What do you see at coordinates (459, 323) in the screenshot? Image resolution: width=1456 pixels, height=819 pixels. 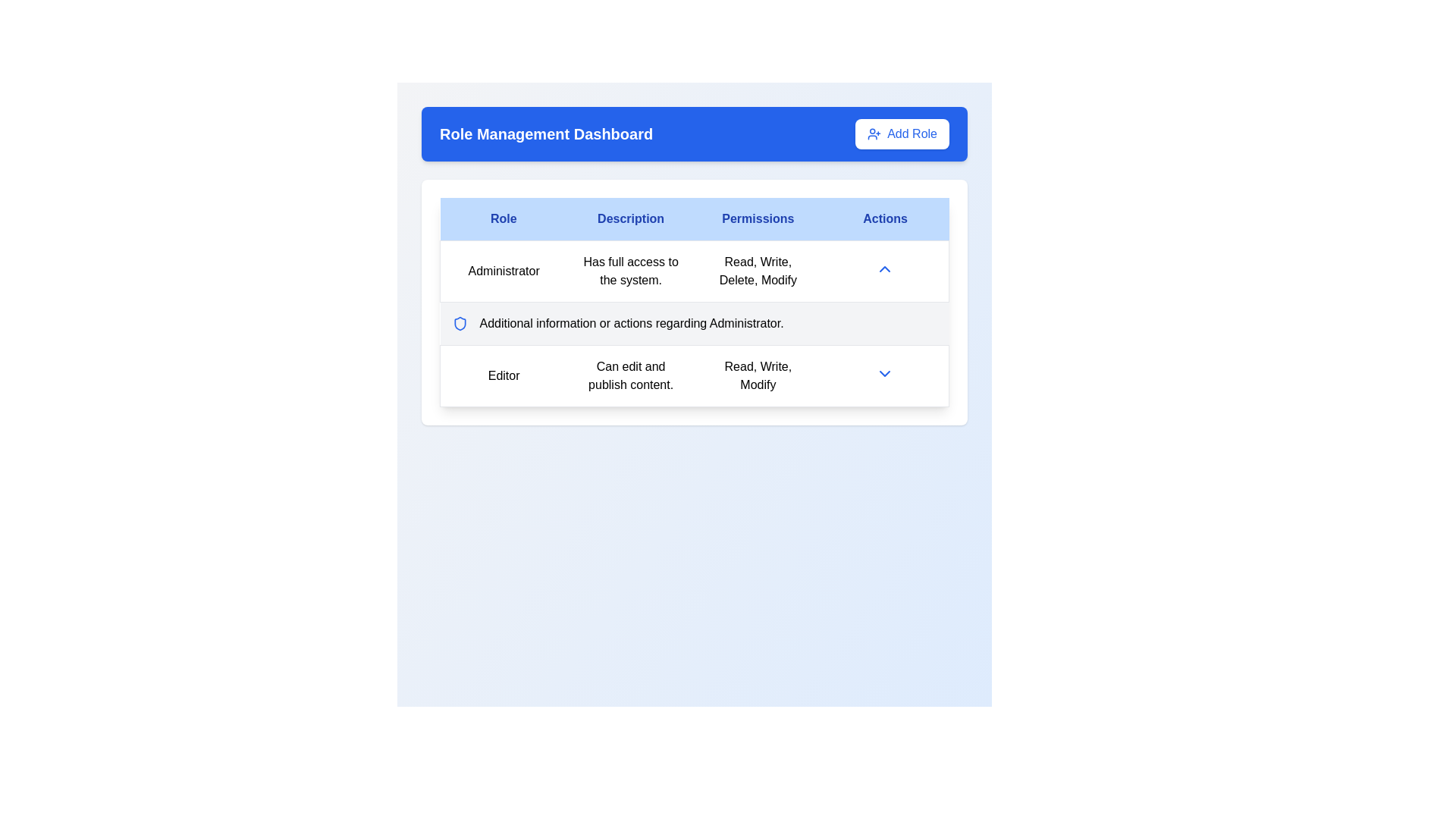 I see `the shield icon indicating security or protection, which is the first item in the row aligned with other similar icons next to the 'Additional information or actions regarding Administrator.' text` at bounding box center [459, 323].